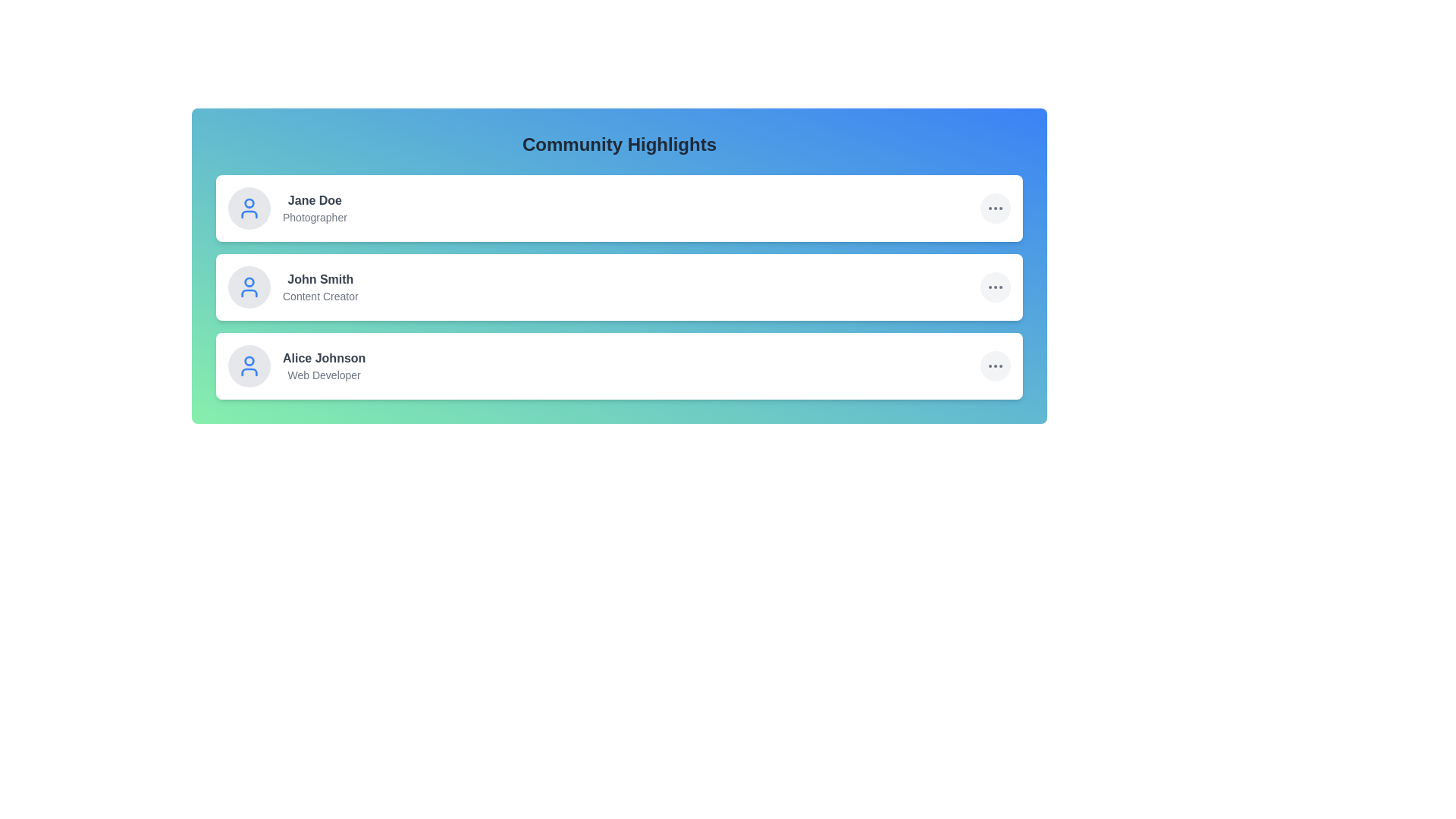 This screenshot has height=819, width=1456. What do you see at coordinates (996, 287) in the screenshot?
I see `the button with an ellipsis icon located at the far-right corner of the 'John Smith Content Creator' card` at bounding box center [996, 287].